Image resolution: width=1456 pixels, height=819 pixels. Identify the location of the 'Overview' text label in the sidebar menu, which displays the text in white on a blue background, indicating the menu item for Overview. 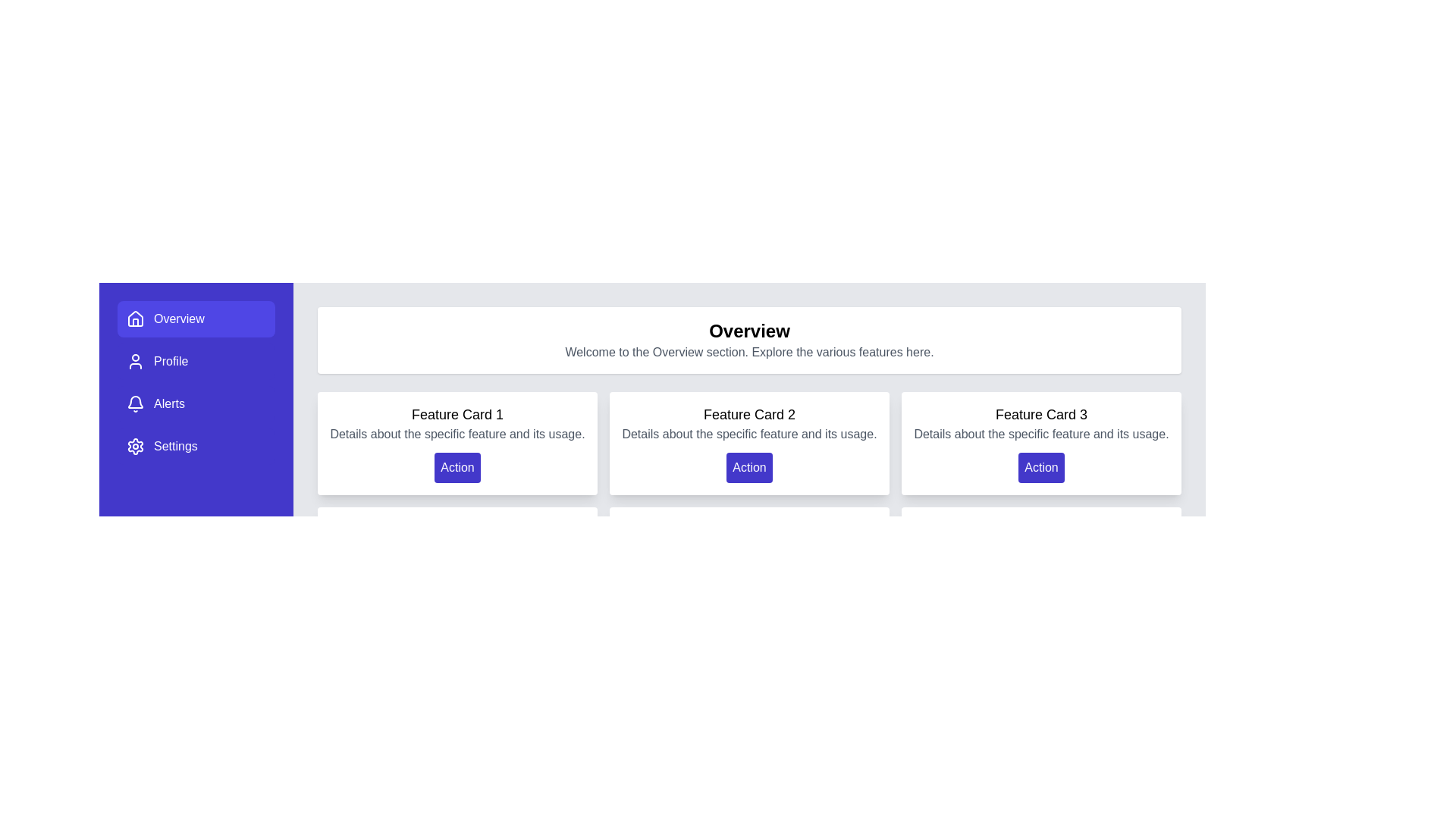
(179, 318).